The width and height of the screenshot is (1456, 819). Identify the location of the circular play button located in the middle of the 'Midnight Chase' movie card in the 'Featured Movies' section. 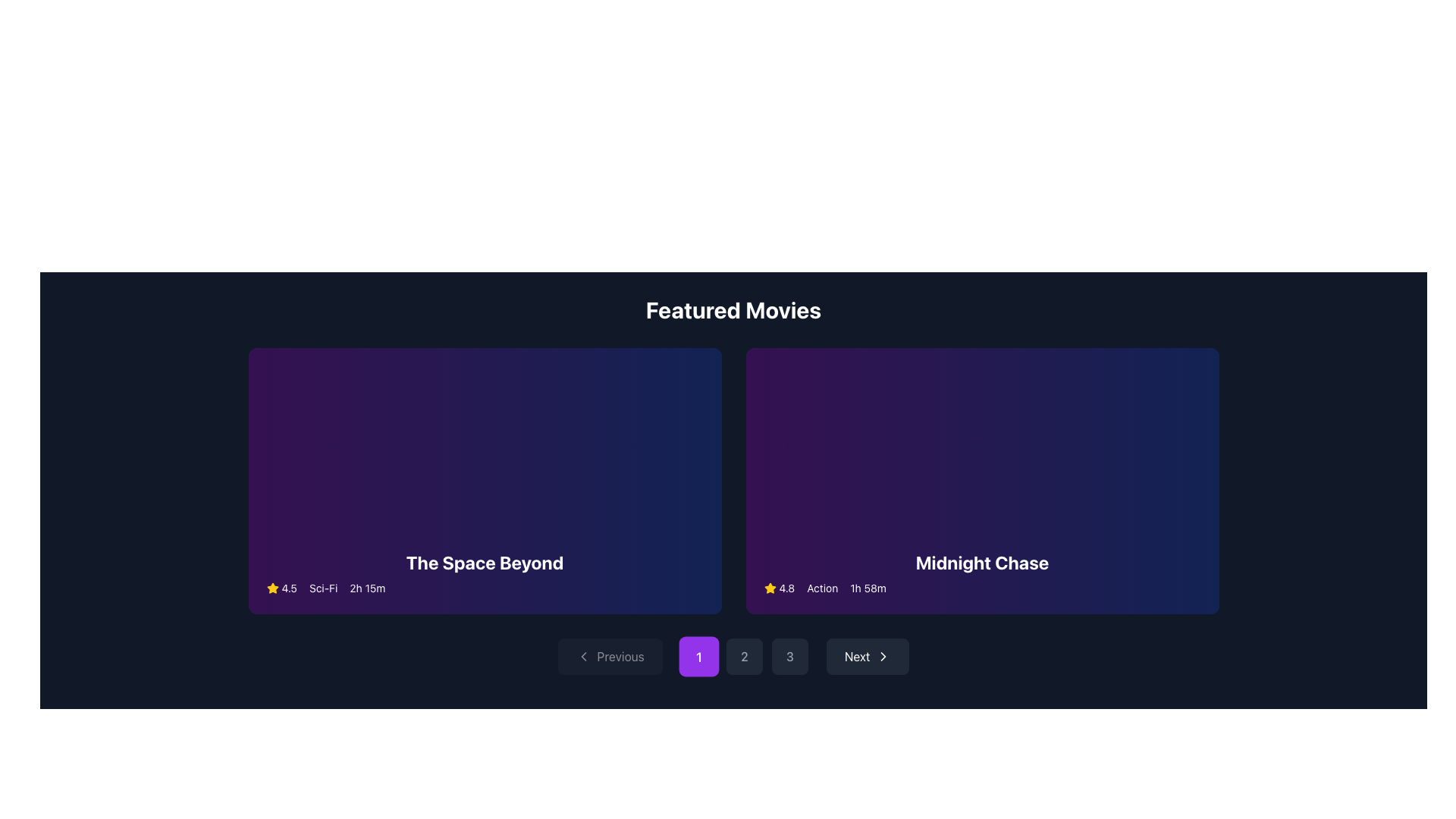
(927, 481).